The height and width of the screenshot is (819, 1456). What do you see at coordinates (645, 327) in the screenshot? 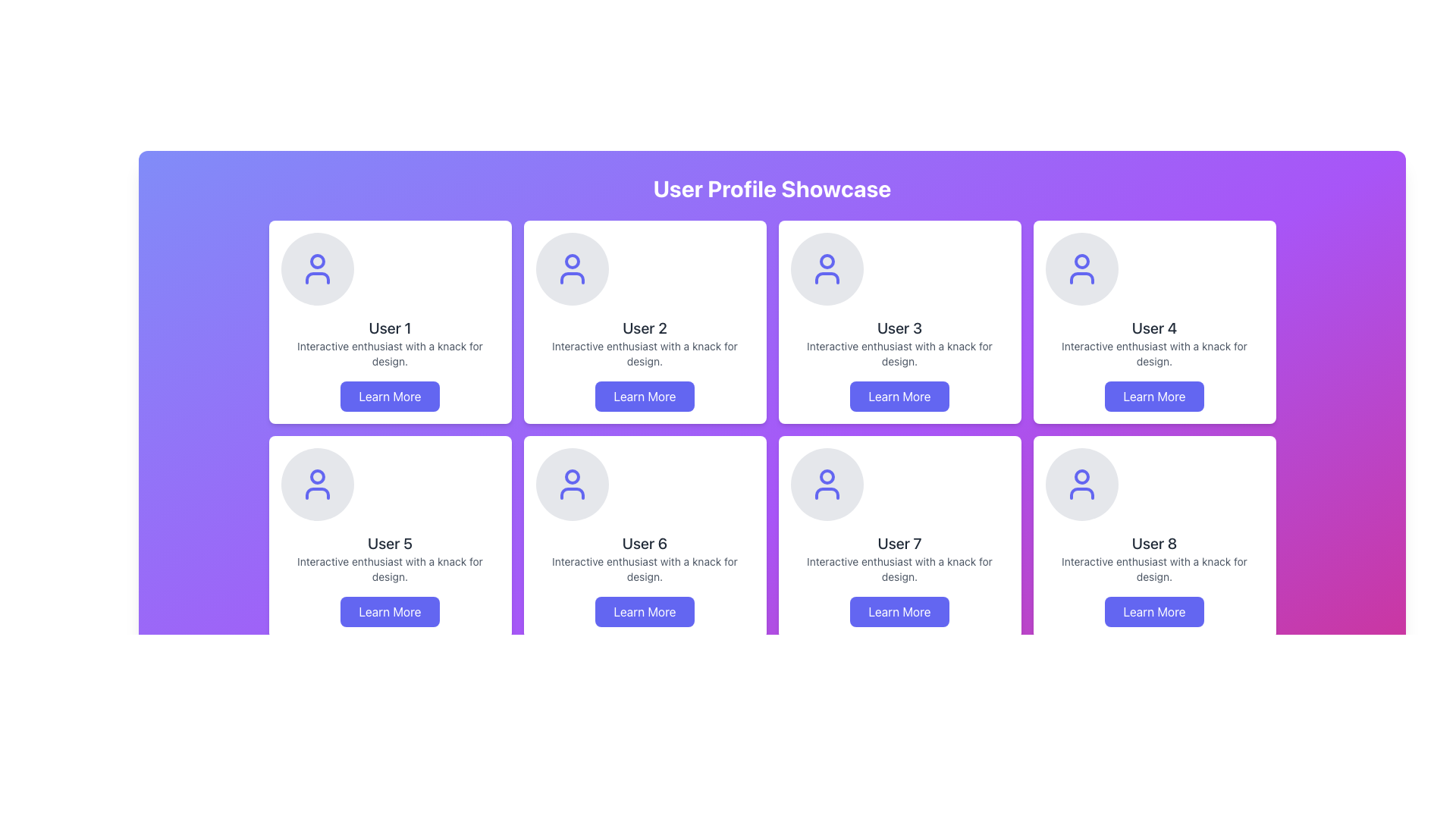
I see `static text label 'User 2' which is styled in a large, bold font and positioned centrally within the profile card, located in the second column of the first row in a grid layout` at bounding box center [645, 327].